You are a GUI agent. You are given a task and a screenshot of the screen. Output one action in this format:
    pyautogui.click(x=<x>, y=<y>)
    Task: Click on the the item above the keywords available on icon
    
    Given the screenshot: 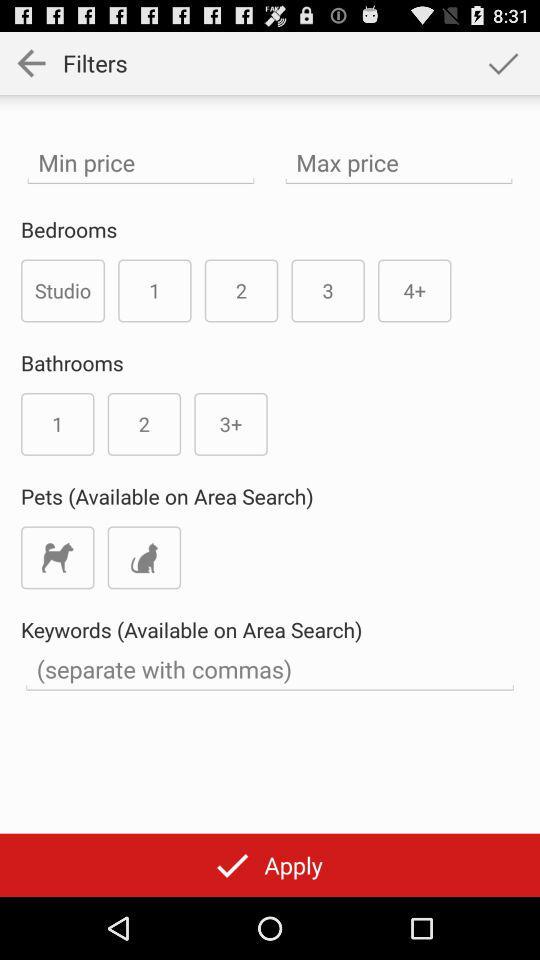 What is the action you would take?
    pyautogui.click(x=57, y=557)
    